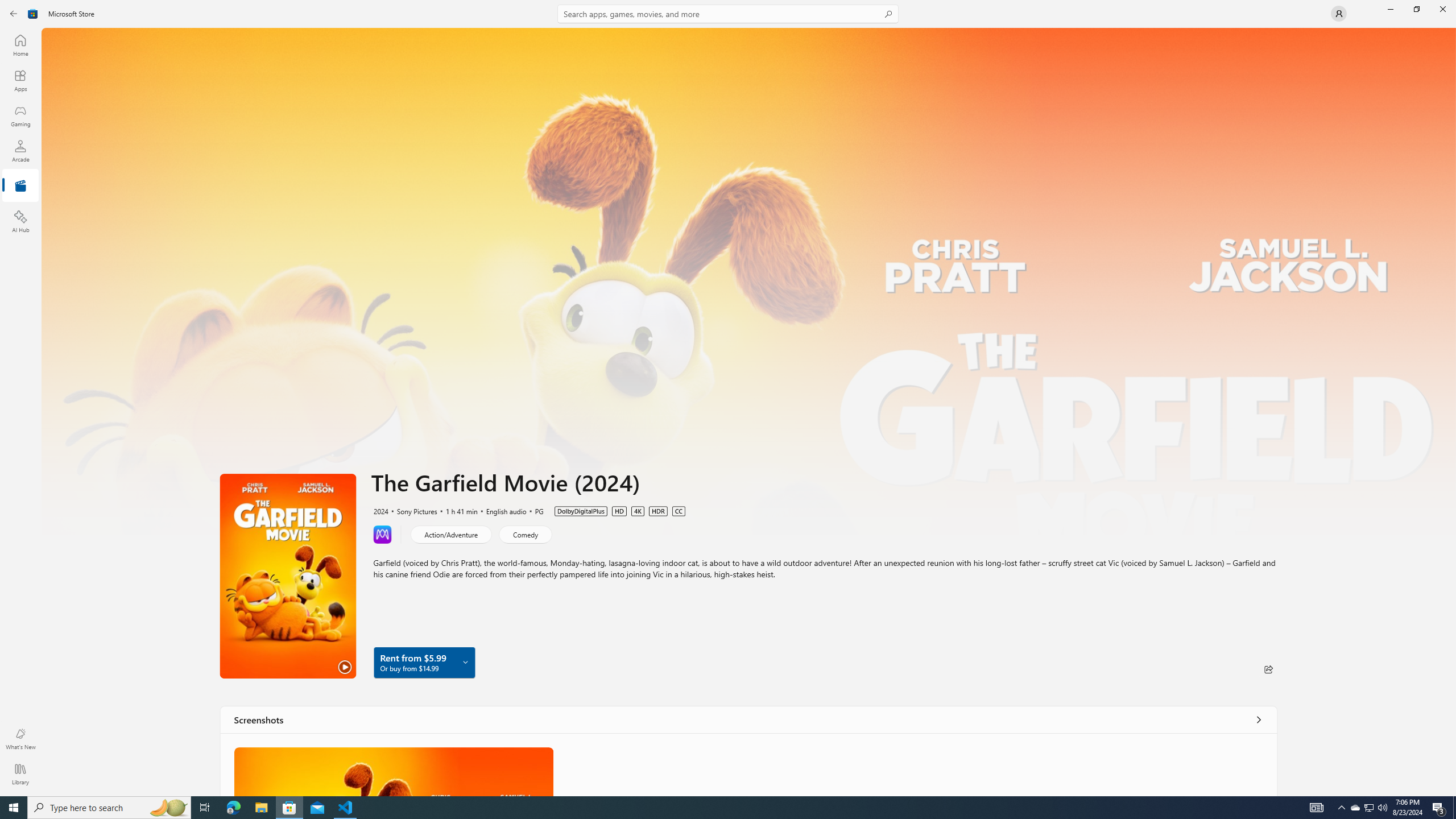  Describe the element at coordinates (411, 510) in the screenshot. I see `'Sony Pictures'` at that location.